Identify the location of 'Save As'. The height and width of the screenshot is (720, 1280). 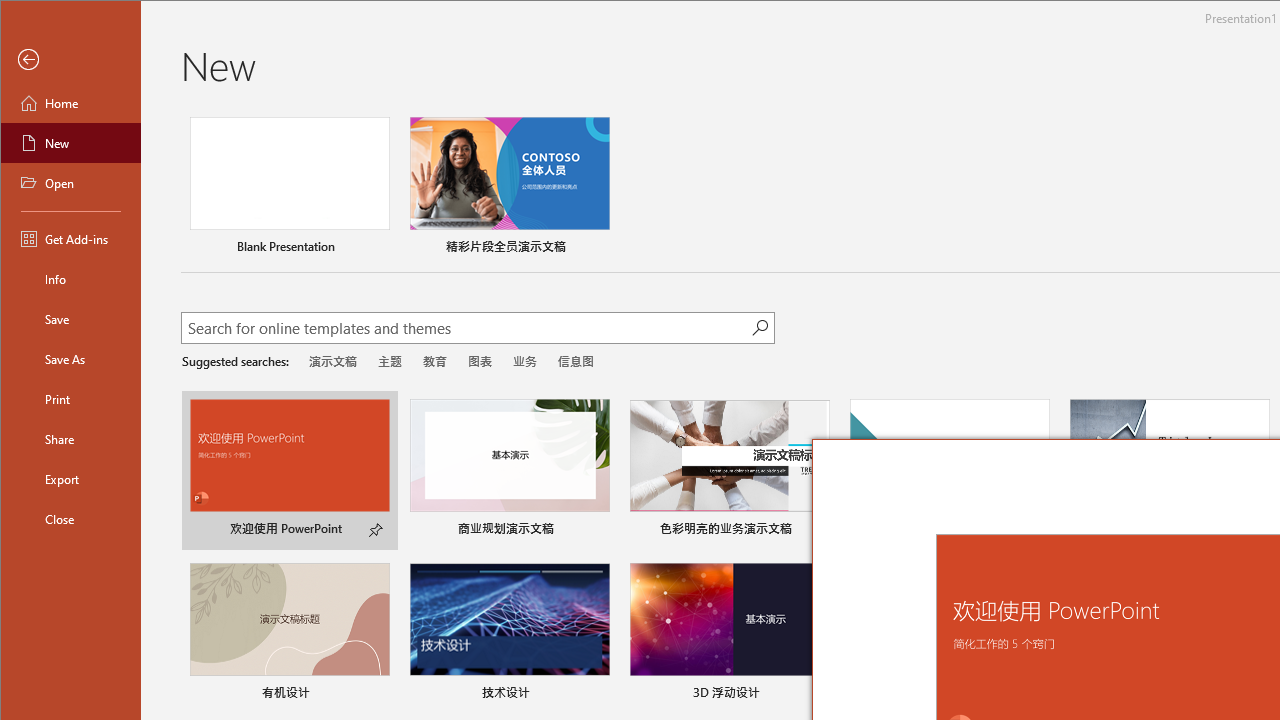
(71, 357).